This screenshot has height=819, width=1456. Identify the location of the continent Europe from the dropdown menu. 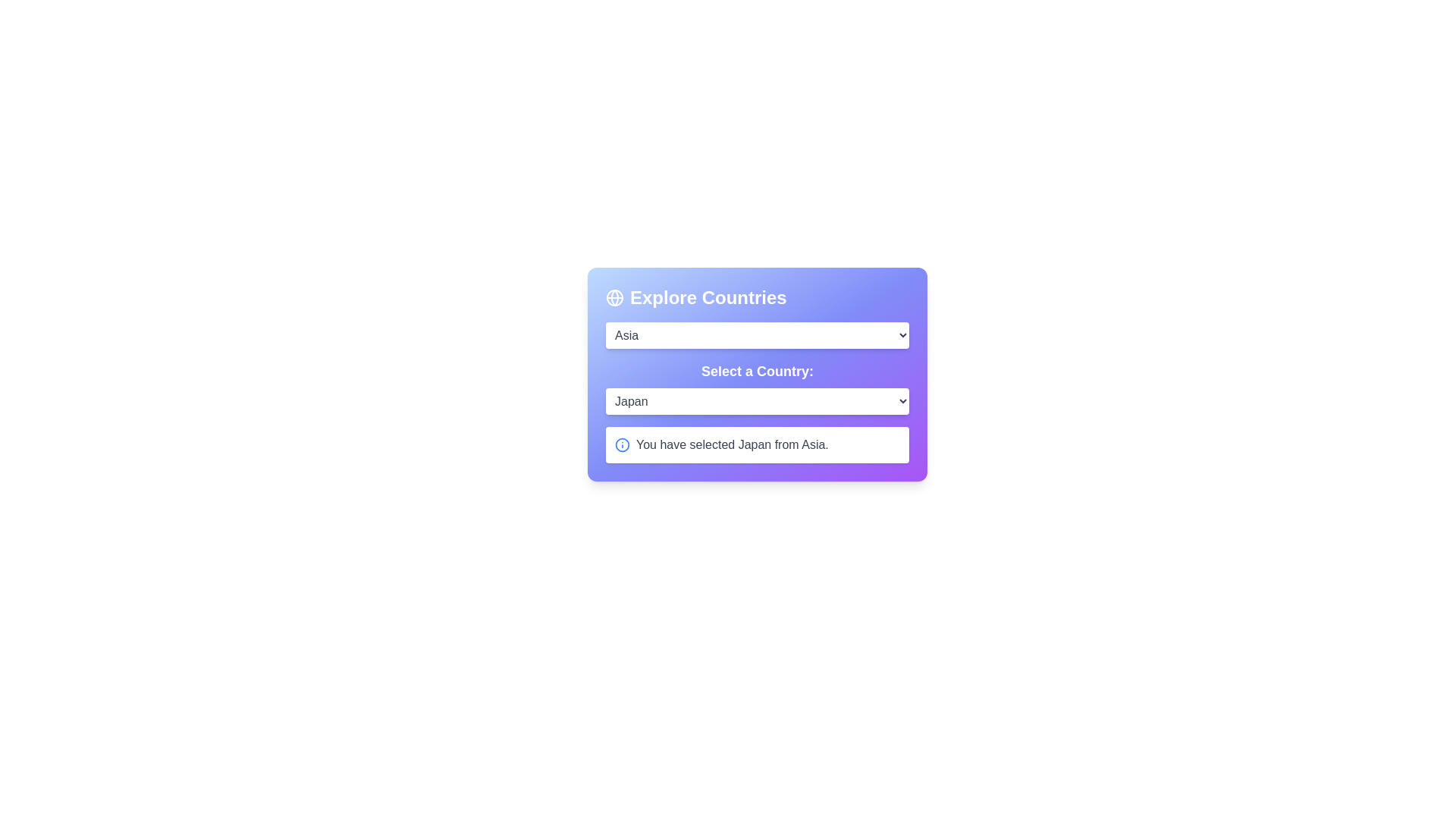
(757, 334).